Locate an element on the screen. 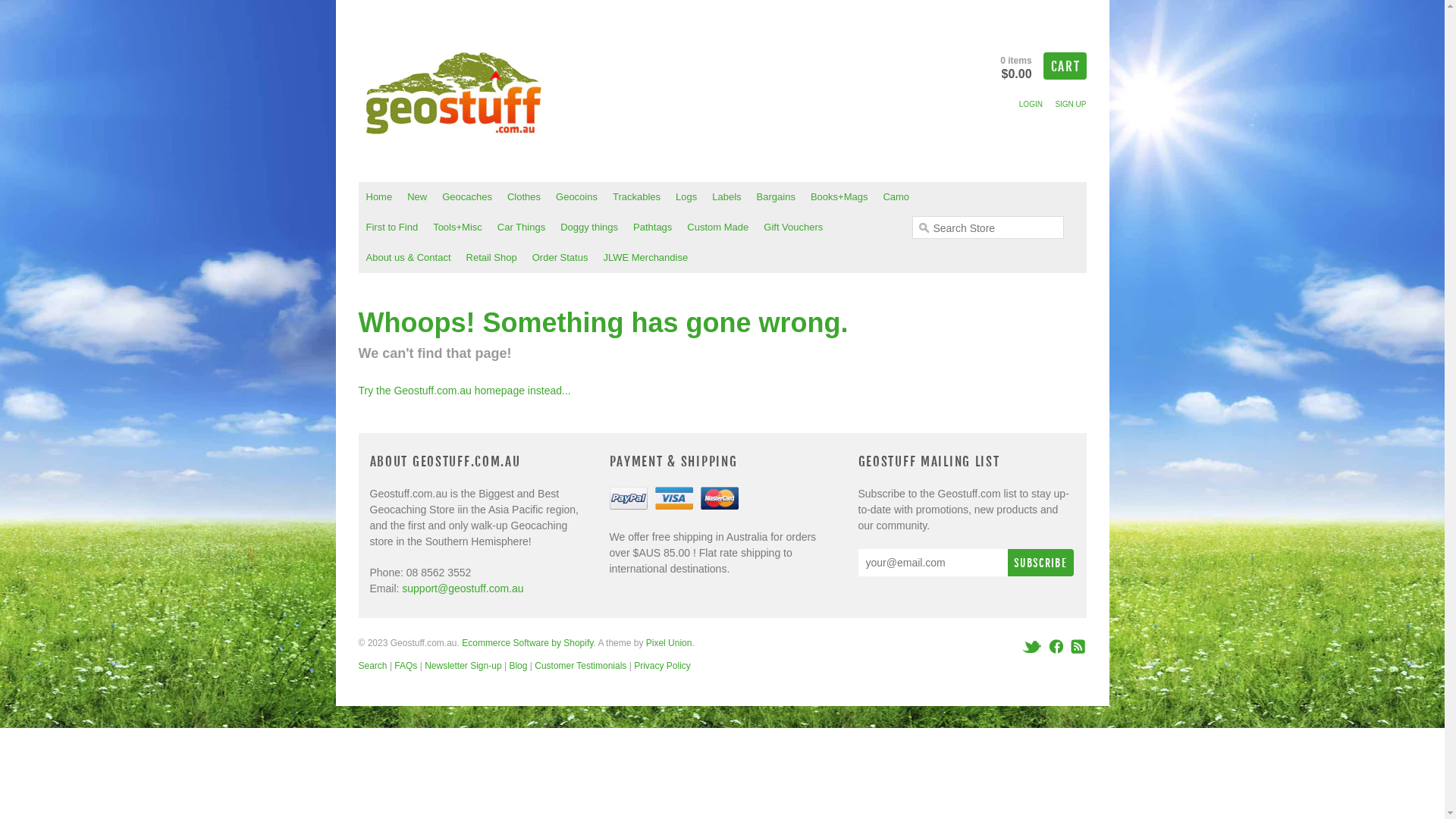  'New' is located at coordinates (417, 196).